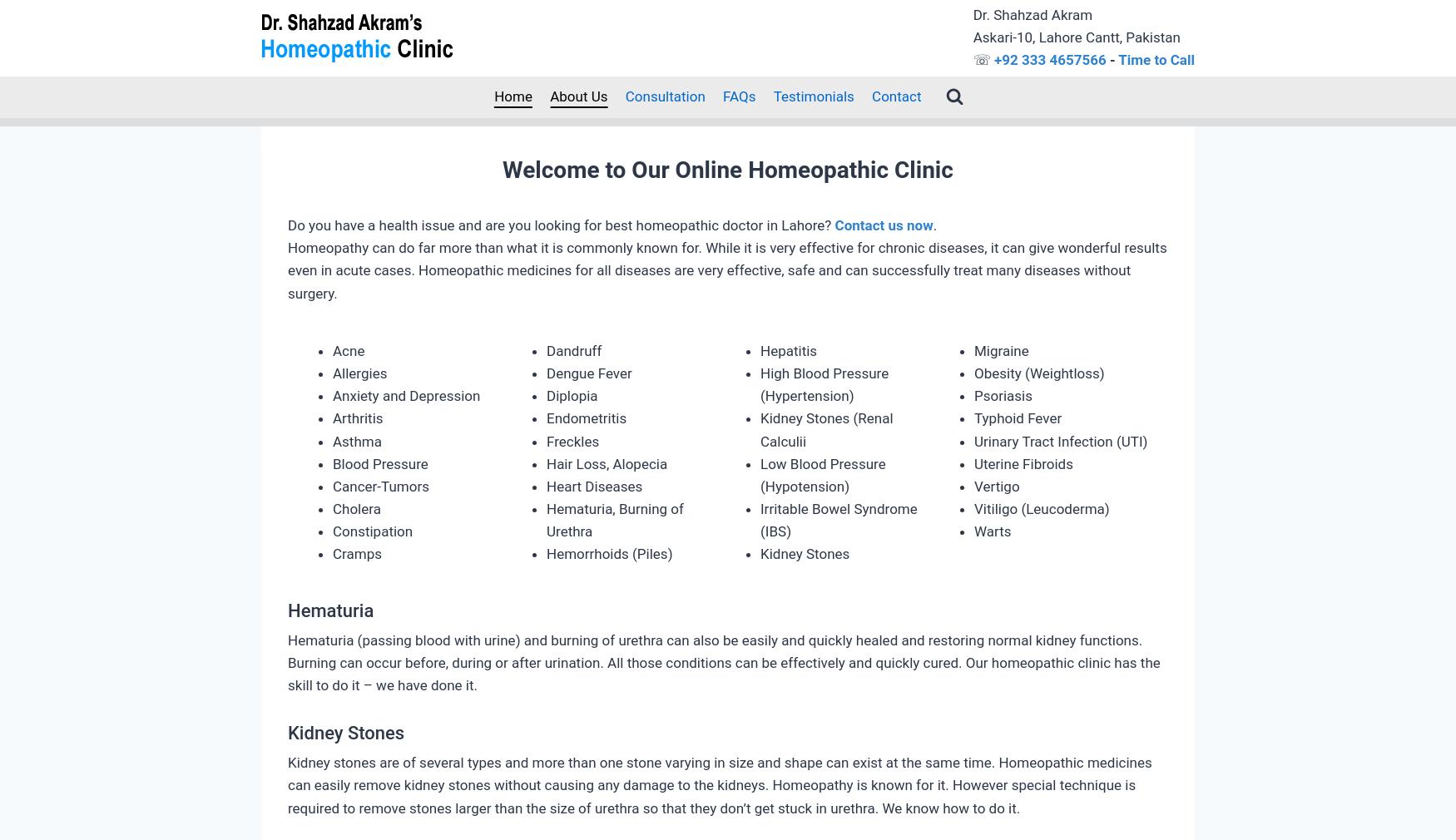 The height and width of the screenshot is (840, 1456). What do you see at coordinates (896, 95) in the screenshot?
I see `'Contact'` at bounding box center [896, 95].